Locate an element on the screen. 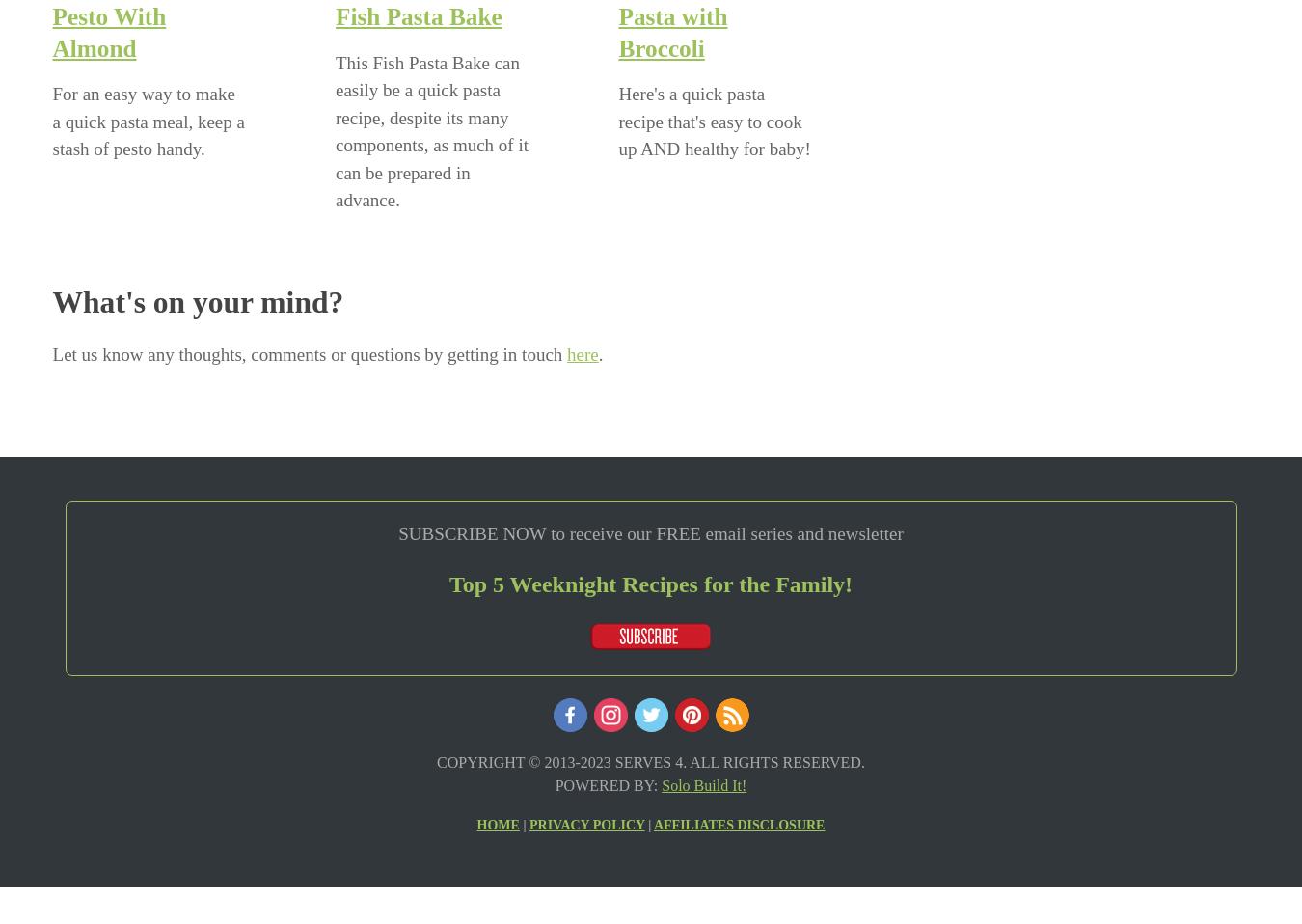 The width and height of the screenshot is (1302, 924). 'Solo Build It!' is located at coordinates (702, 783).